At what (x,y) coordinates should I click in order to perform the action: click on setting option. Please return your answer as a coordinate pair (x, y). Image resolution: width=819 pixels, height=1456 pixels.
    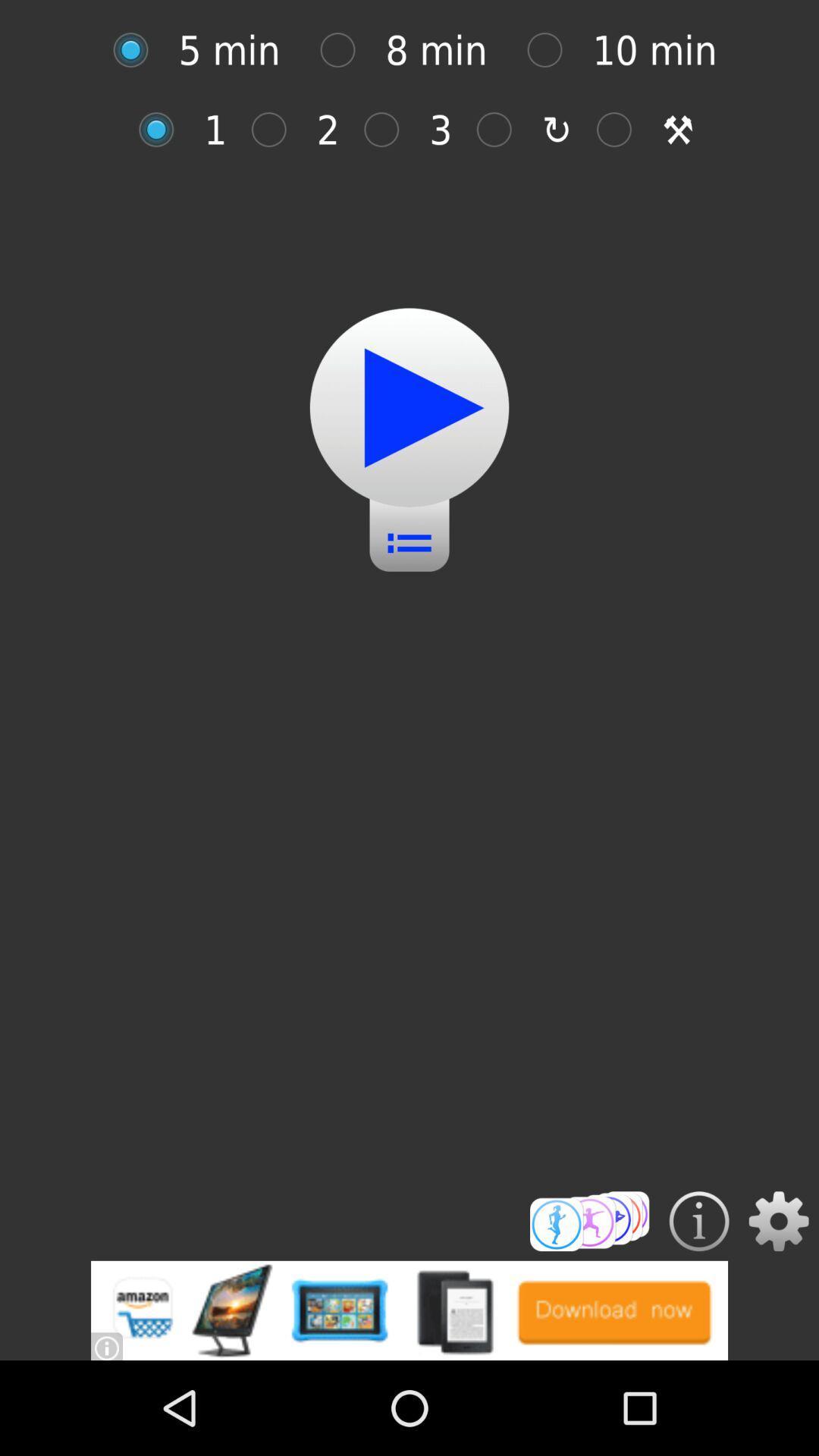
    Looking at the image, I should click on (779, 1221).